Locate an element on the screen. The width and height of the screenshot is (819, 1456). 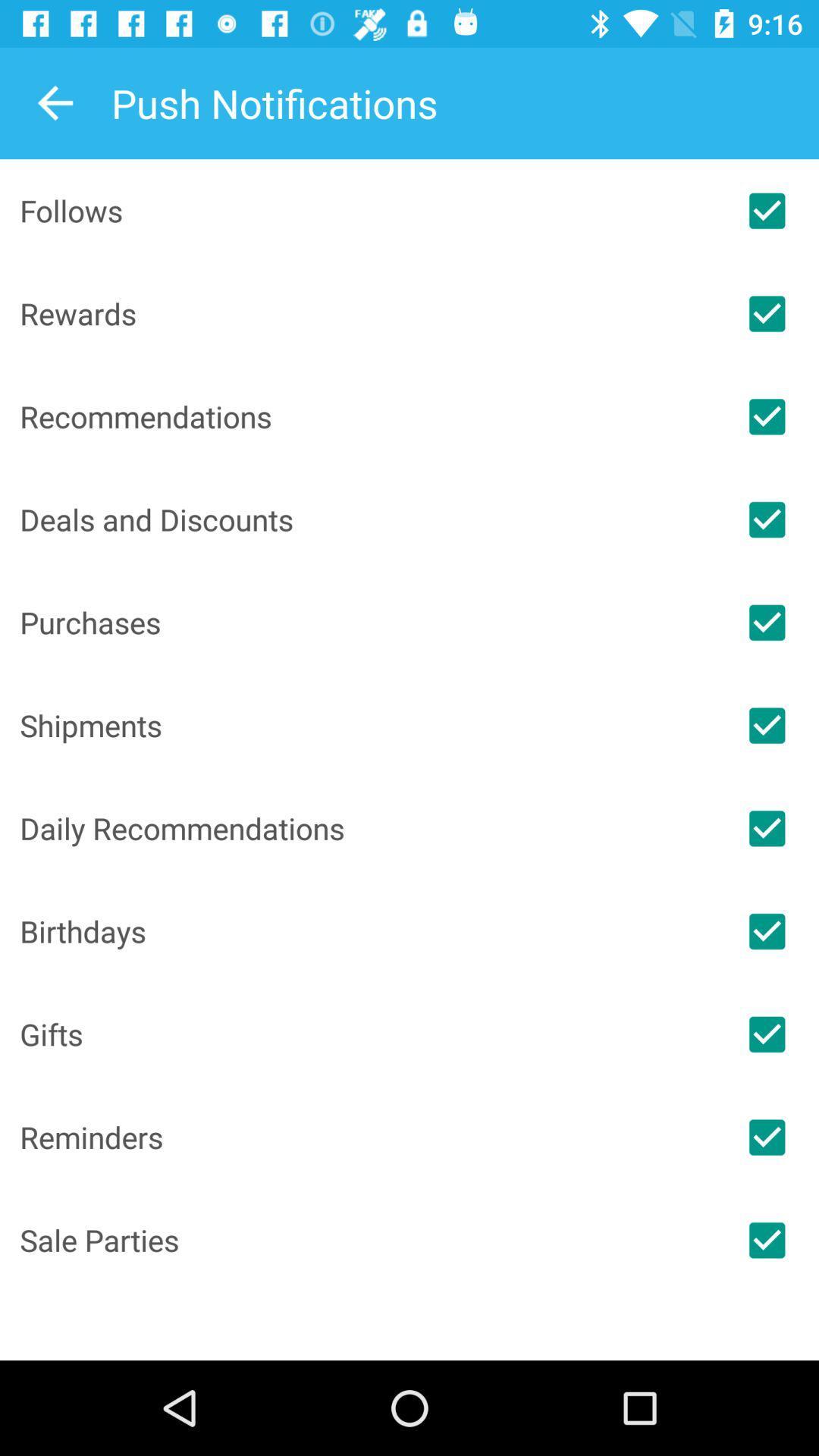
match deals or discounts in push notifications is located at coordinates (767, 519).